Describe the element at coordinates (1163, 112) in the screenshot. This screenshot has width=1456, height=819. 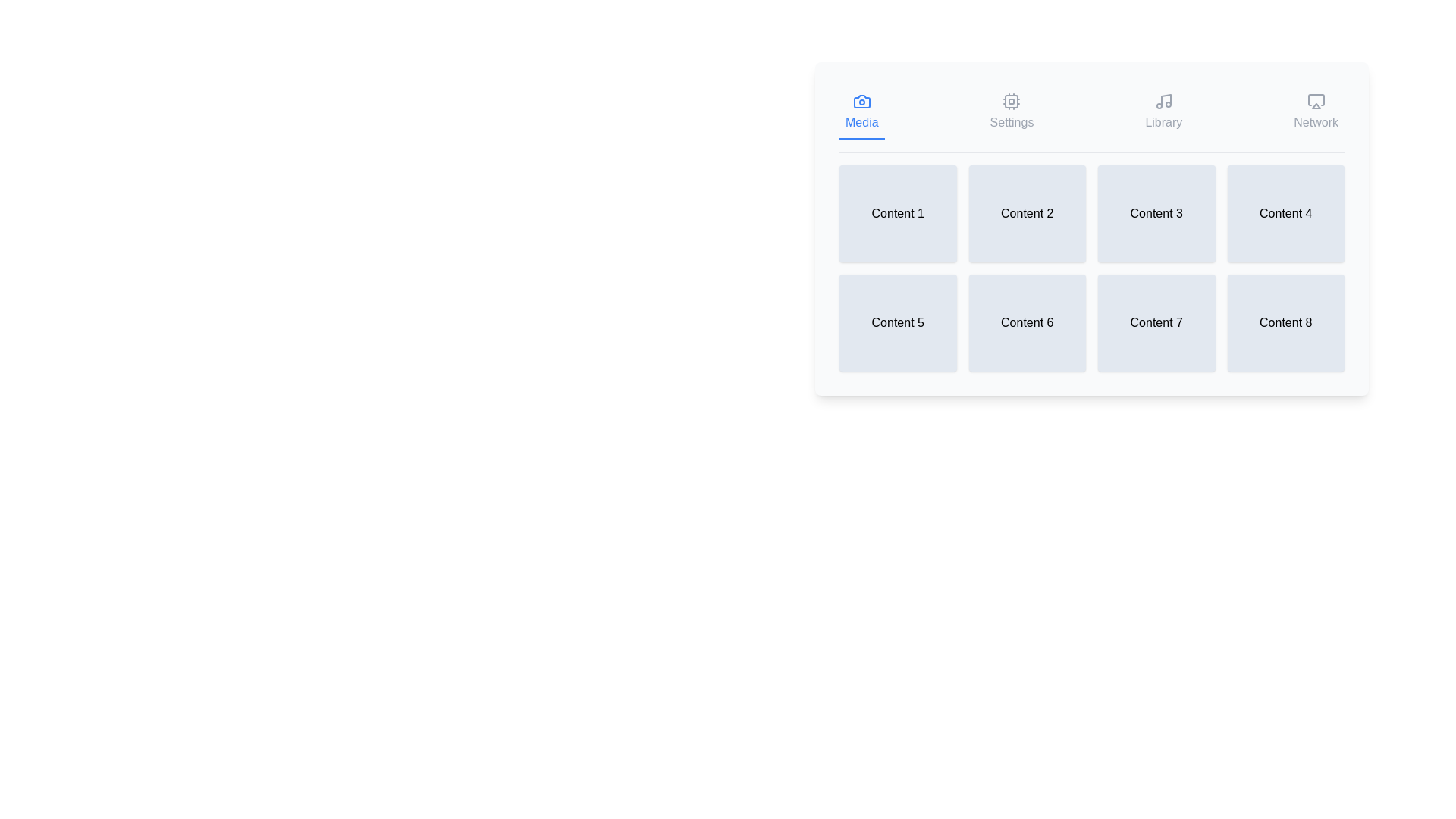
I see `the tab icon labeled Library to observe the tooltip or feedback` at that location.